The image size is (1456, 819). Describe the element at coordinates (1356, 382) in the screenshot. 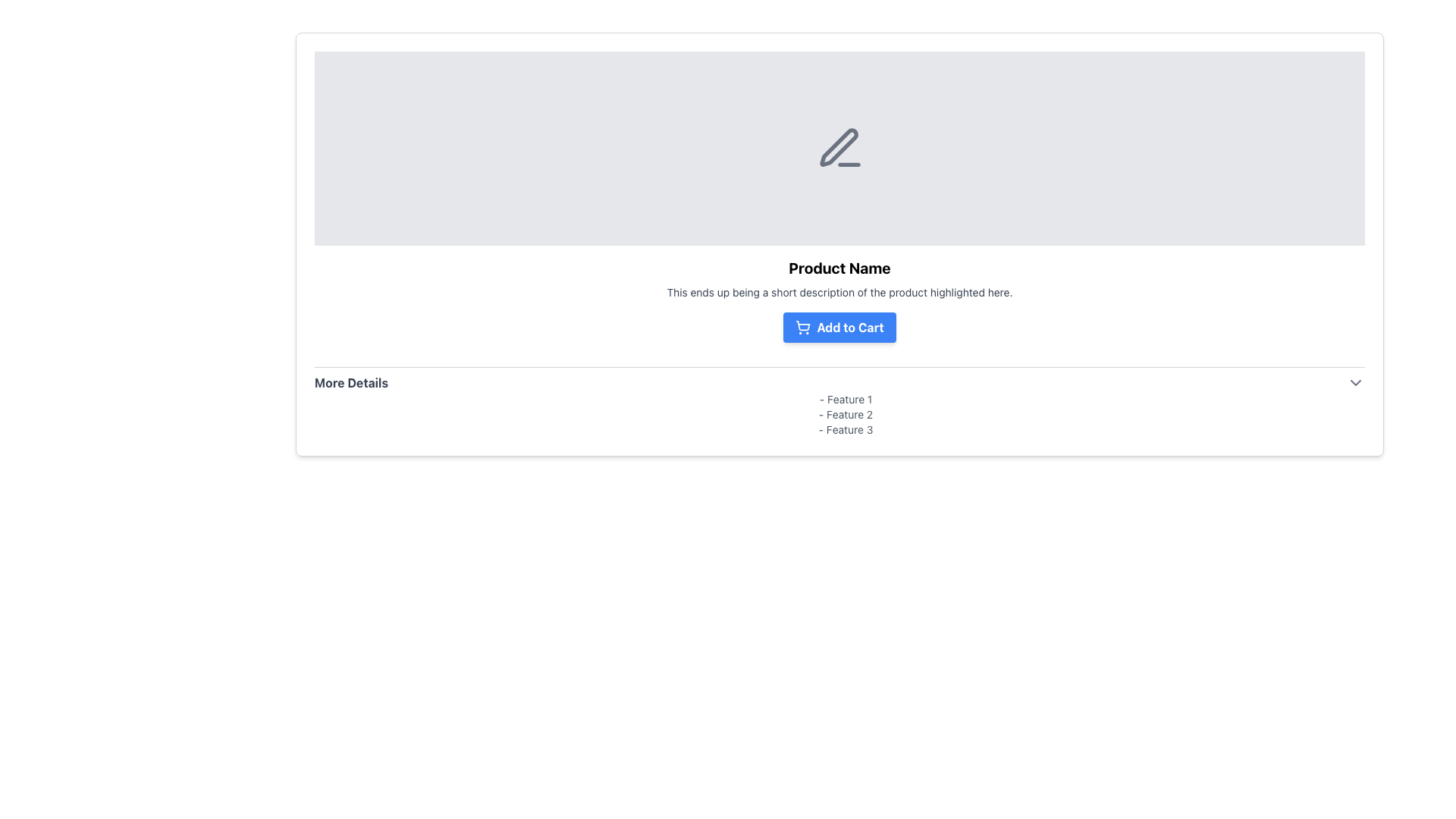

I see `the chevron SVG icon located on the far right side of the 'More Details' section` at that location.